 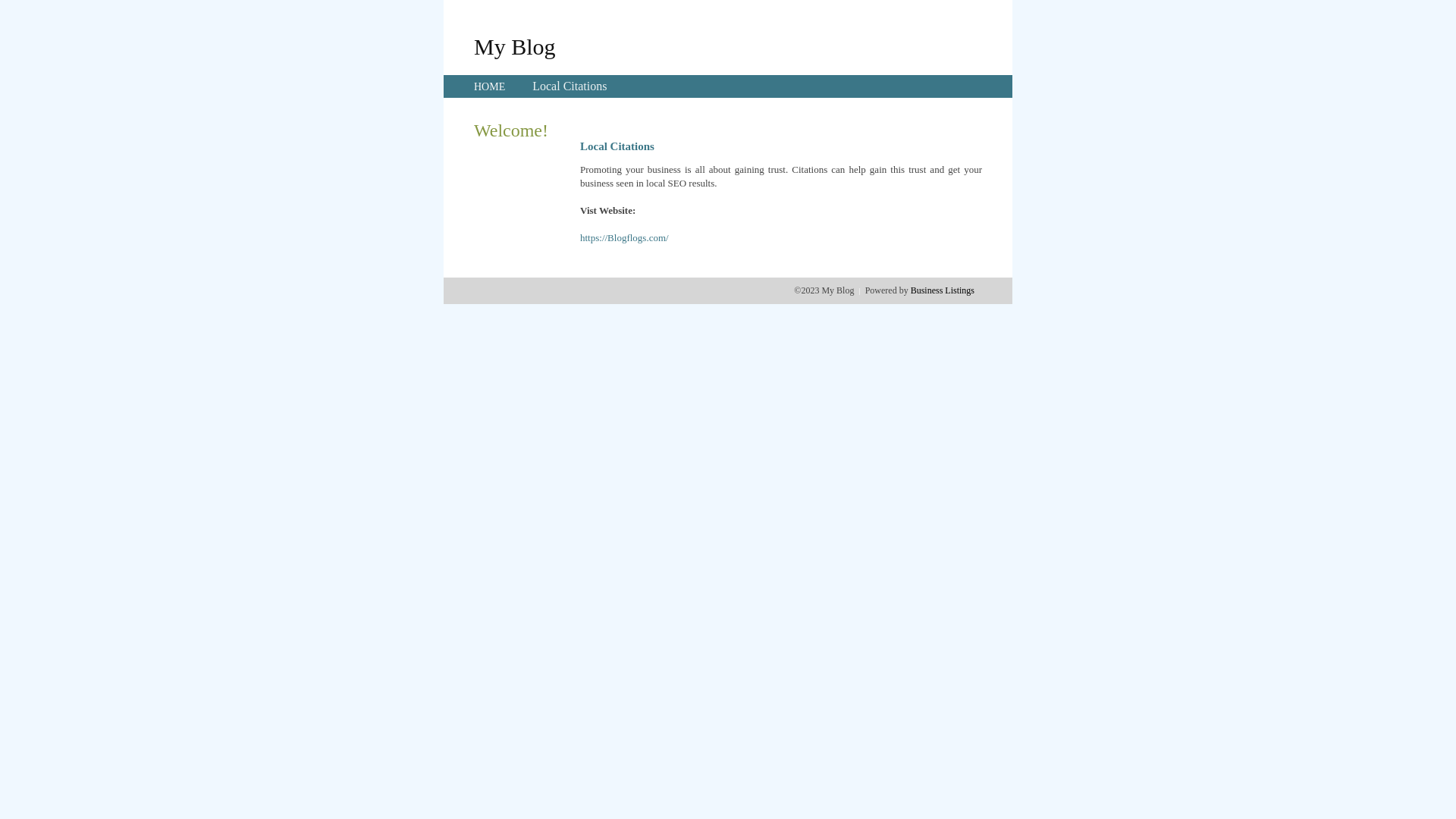 What do you see at coordinates (624, 237) in the screenshot?
I see `'https://Blogflogs.com/'` at bounding box center [624, 237].